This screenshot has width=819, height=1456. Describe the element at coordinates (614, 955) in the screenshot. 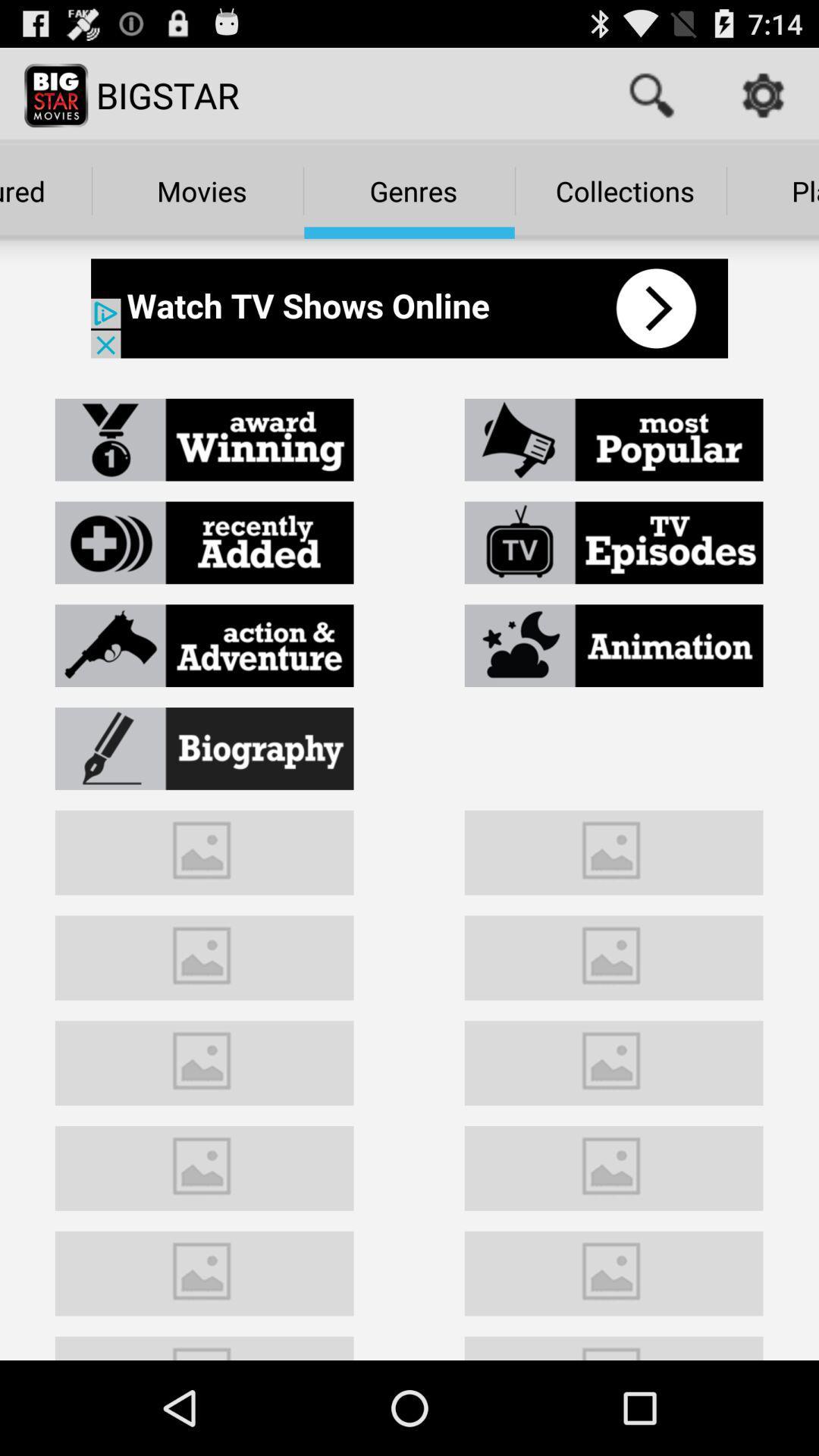

I see `tap on the second image below animation at the right side of the page` at that location.